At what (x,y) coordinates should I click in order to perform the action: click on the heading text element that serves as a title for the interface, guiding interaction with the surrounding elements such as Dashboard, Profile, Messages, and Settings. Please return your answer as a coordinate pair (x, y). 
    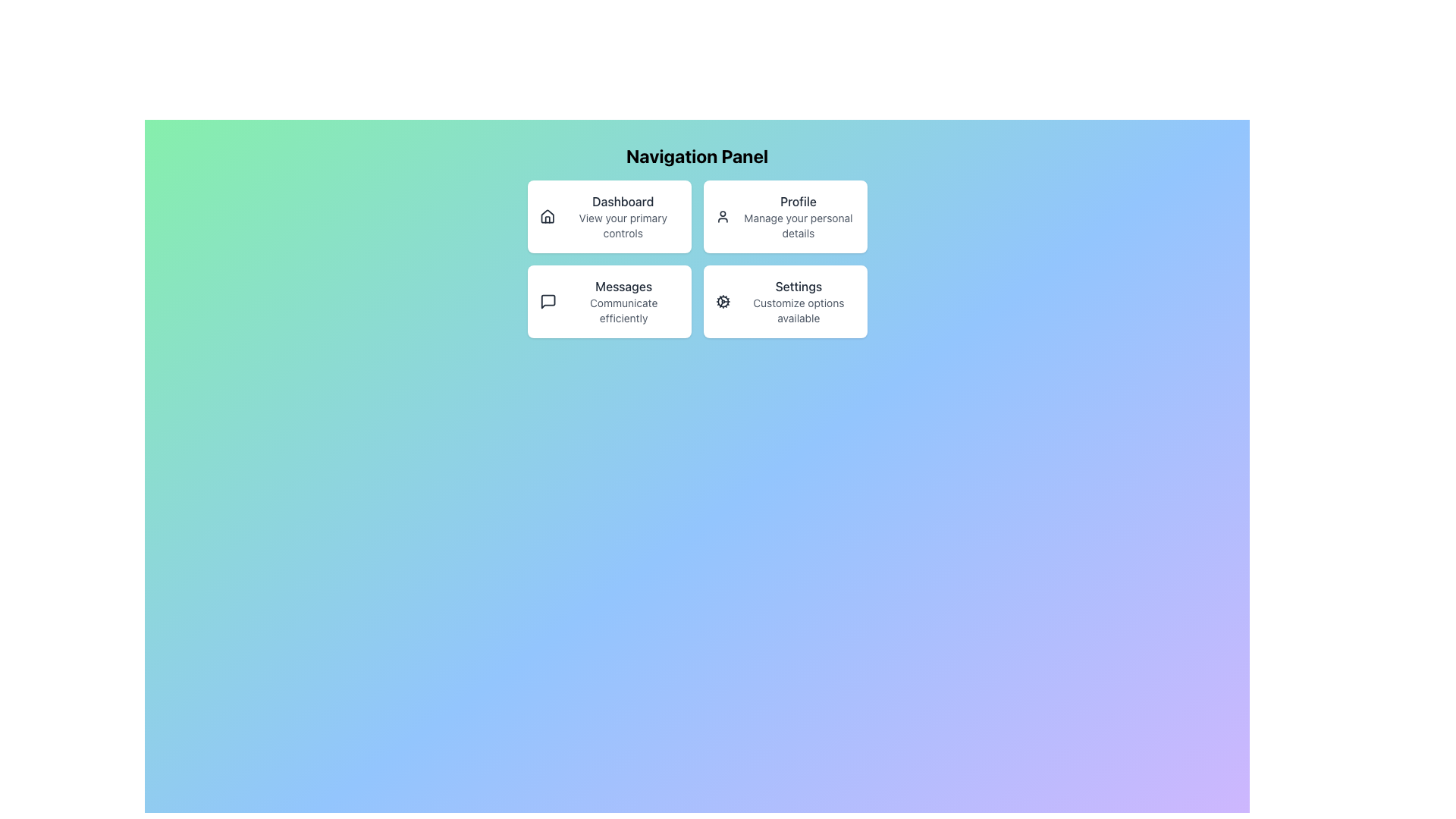
    Looking at the image, I should click on (696, 155).